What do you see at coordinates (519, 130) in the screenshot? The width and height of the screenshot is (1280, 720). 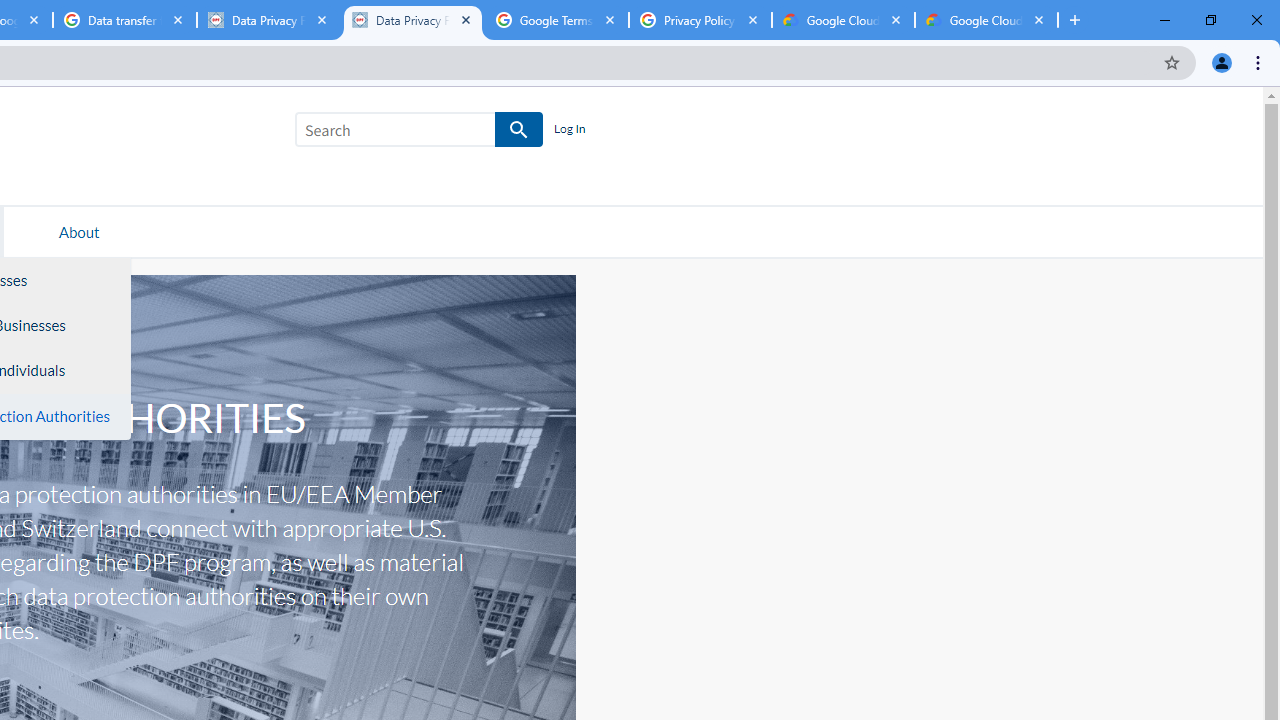 I see `'SEARCH'` at bounding box center [519, 130].